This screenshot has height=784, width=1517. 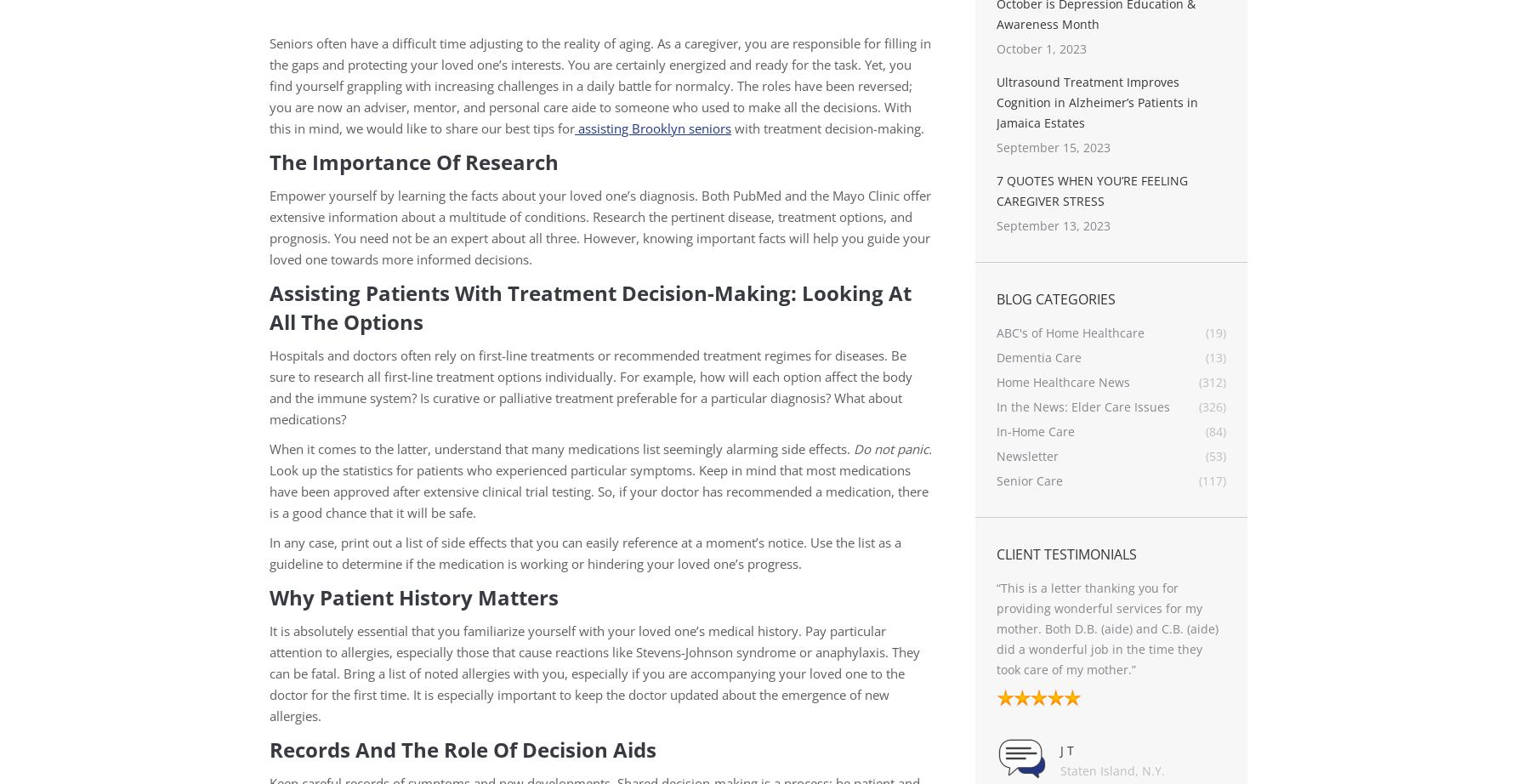 I want to click on 'Records And The Role Of Decision Aids', so click(x=463, y=748).